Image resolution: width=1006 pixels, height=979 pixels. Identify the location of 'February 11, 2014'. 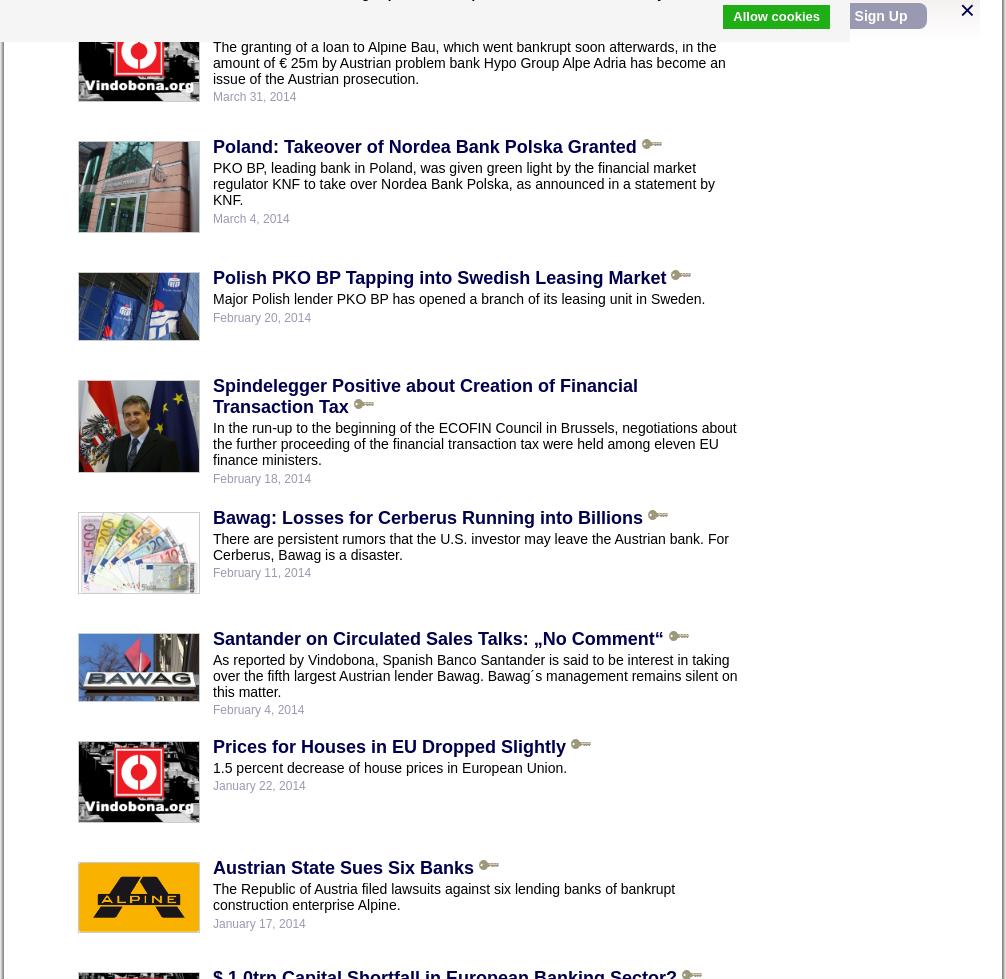
(260, 572).